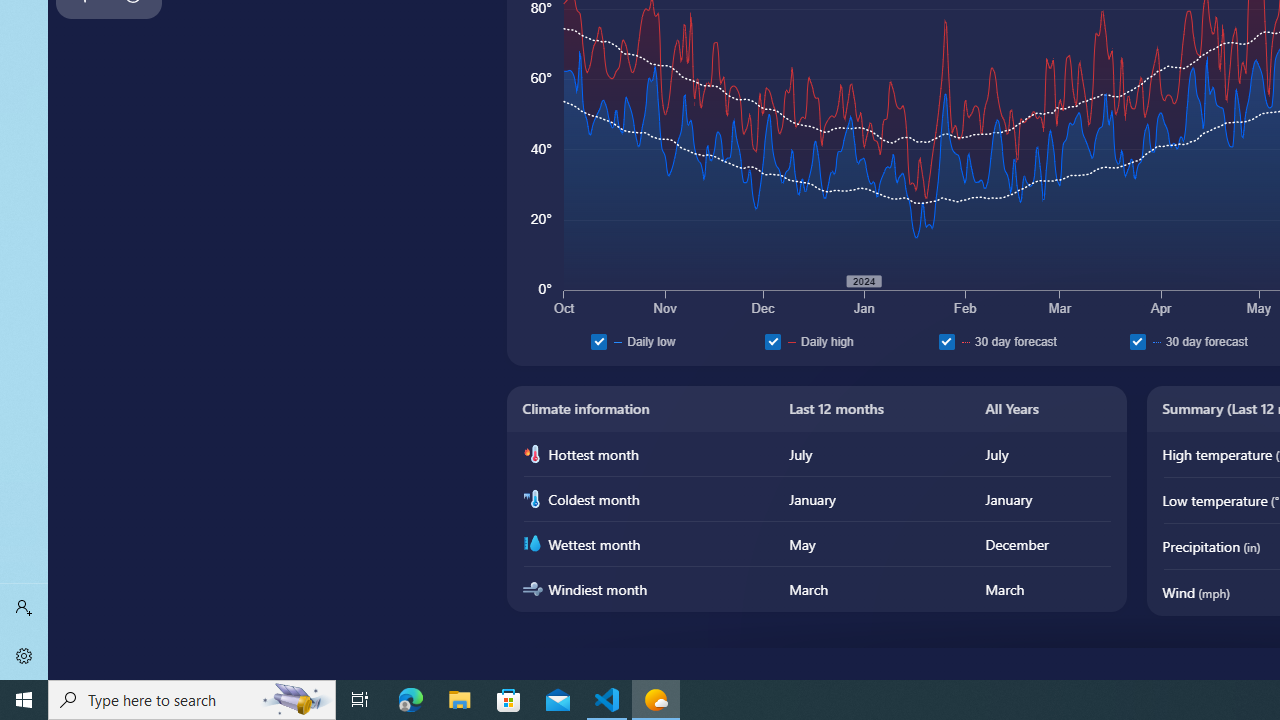 This screenshot has height=720, width=1280. I want to click on 'Weather - 1 running window', so click(656, 698).